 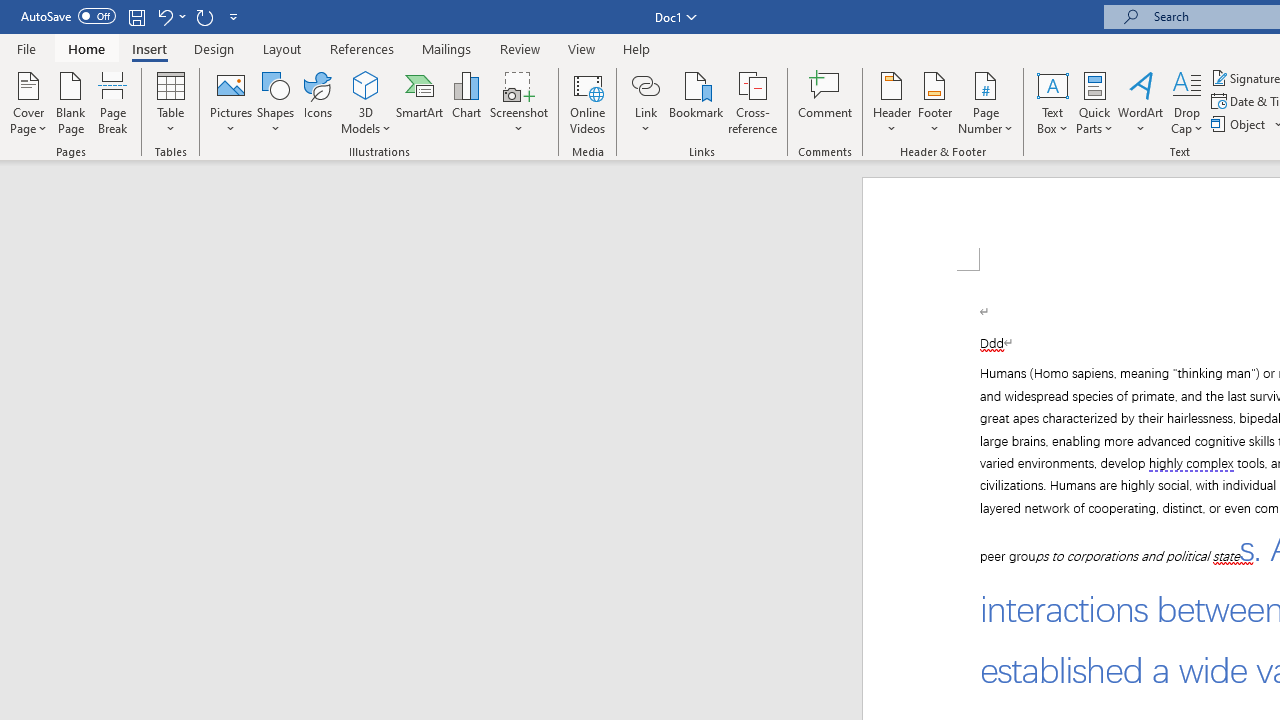 I want to click on 'Icons', so click(x=317, y=103).